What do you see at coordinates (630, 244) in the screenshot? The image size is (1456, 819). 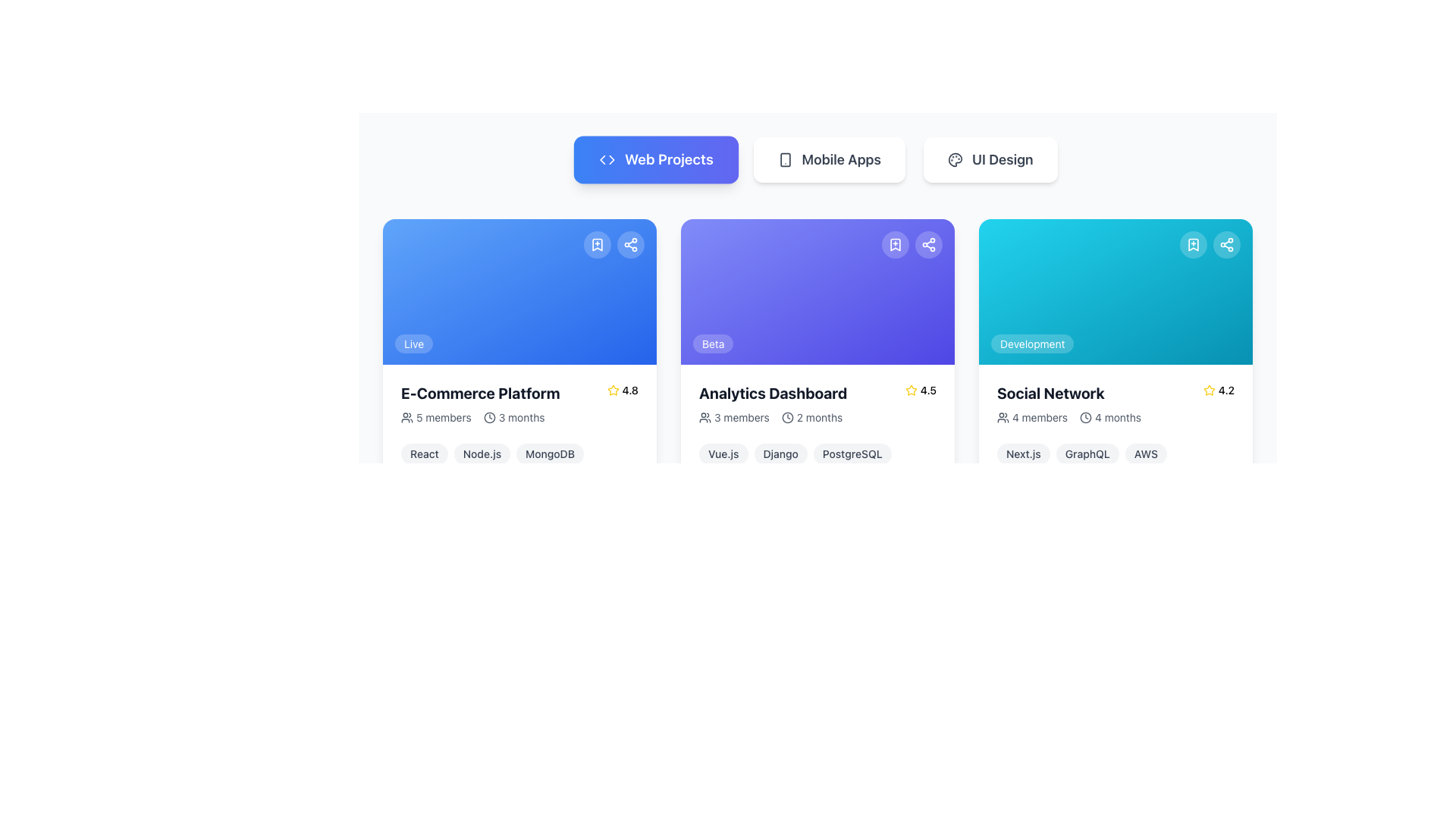 I see `the circular share button with a white share icon in the top-right corner of the first card within the 'Web Projects' section` at bounding box center [630, 244].